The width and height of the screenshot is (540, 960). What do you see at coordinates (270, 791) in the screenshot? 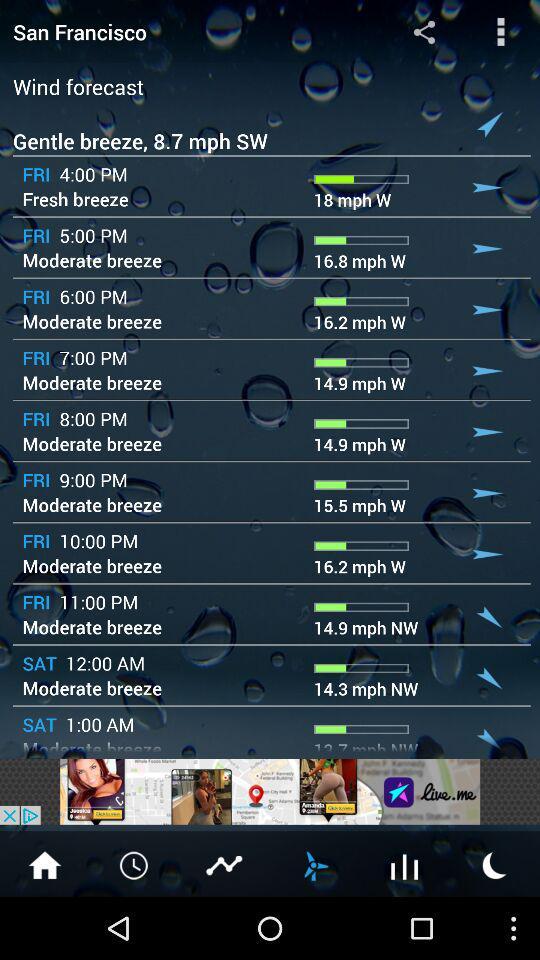
I see `the advertisements` at bounding box center [270, 791].